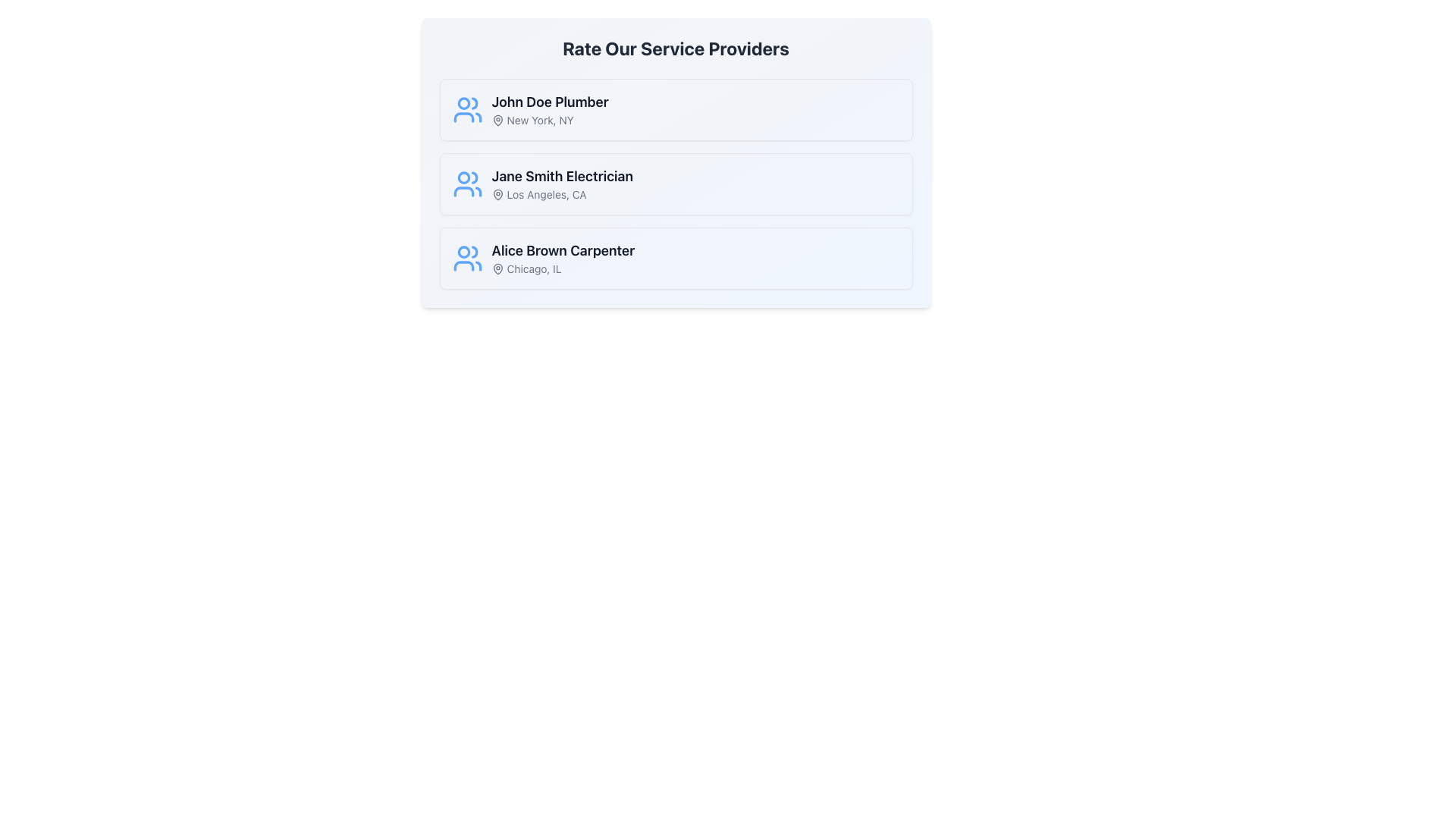  Describe the element at coordinates (543, 257) in the screenshot. I see `the display entry for the service provider 'Alice Brown Carpenter', which is the third item in a vertical list of service providers` at that location.